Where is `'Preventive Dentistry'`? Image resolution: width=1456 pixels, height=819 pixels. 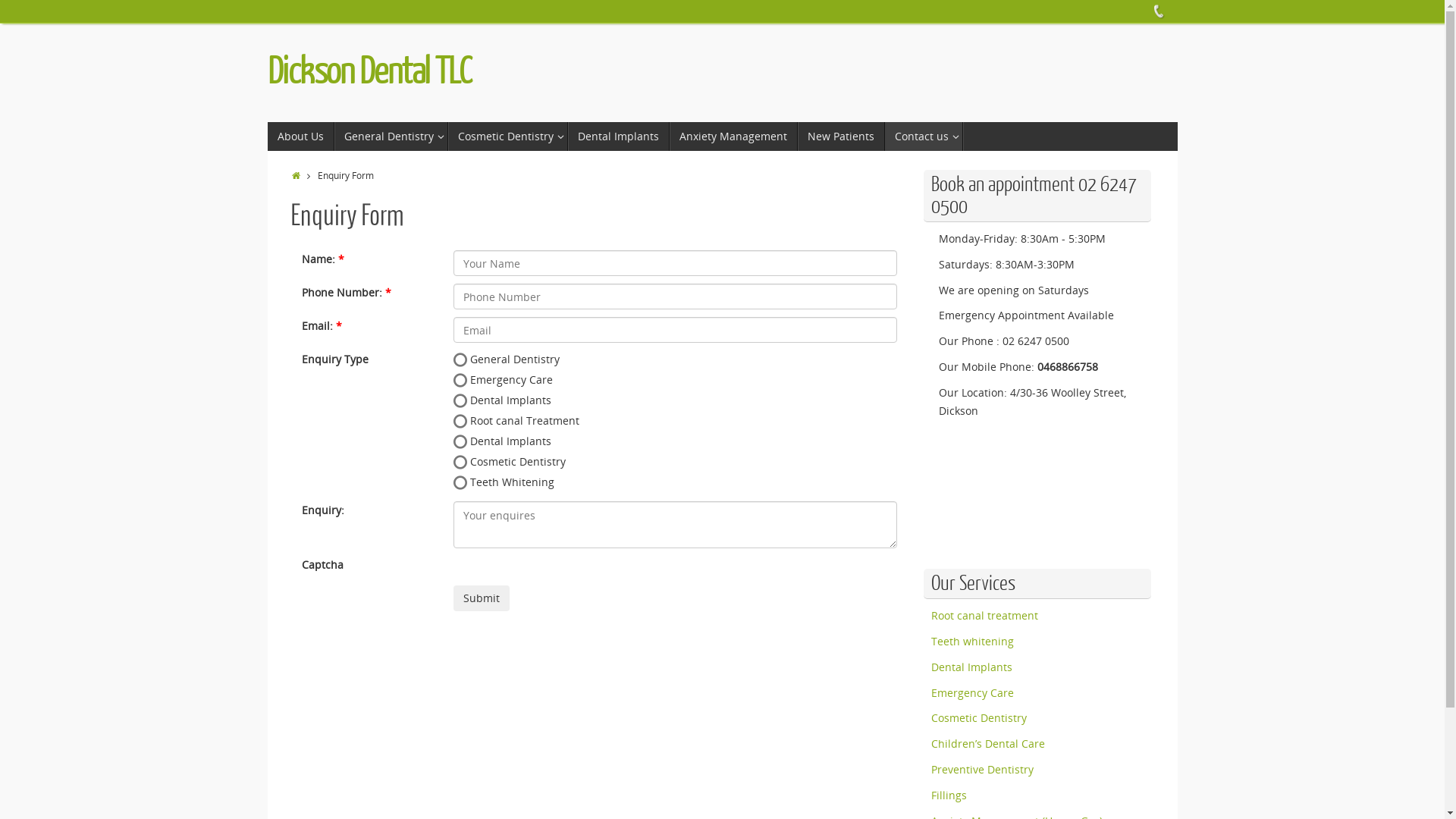 'Preventive Dentistry' is located at coordinates (930, 769).